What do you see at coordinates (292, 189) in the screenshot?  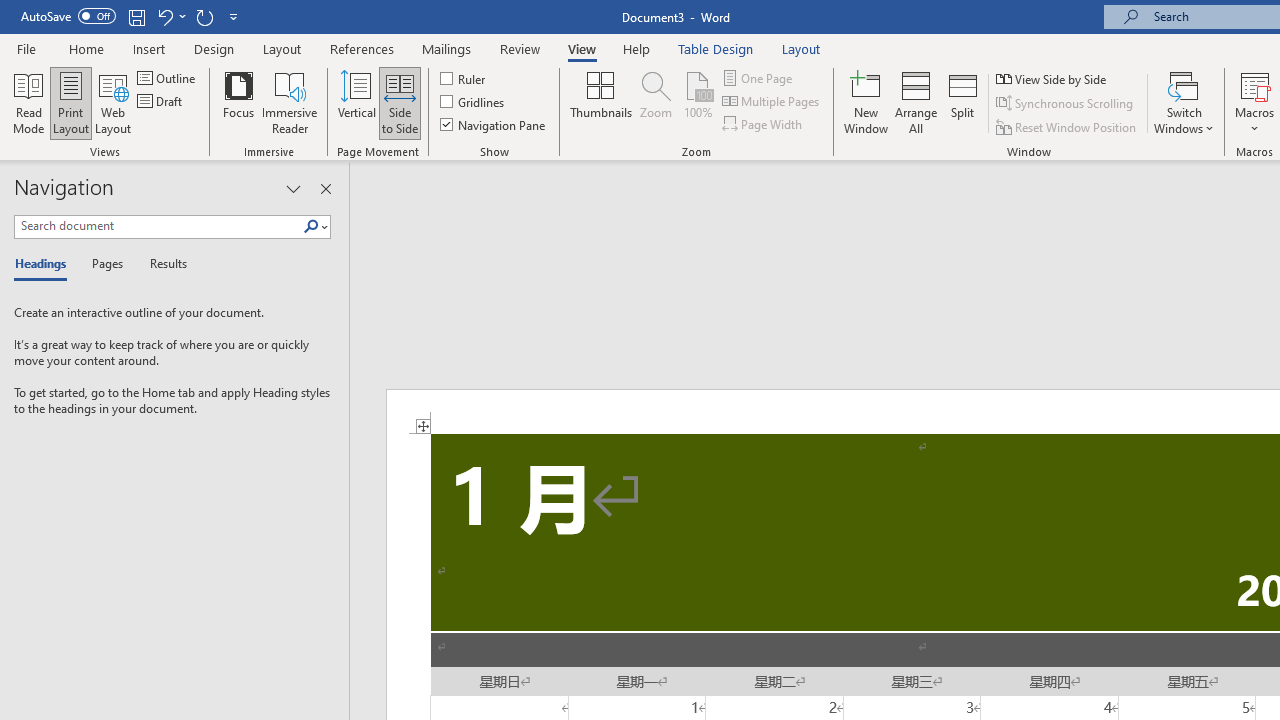 I see `'Task Pane Options'` at bounding box center [292, 189].